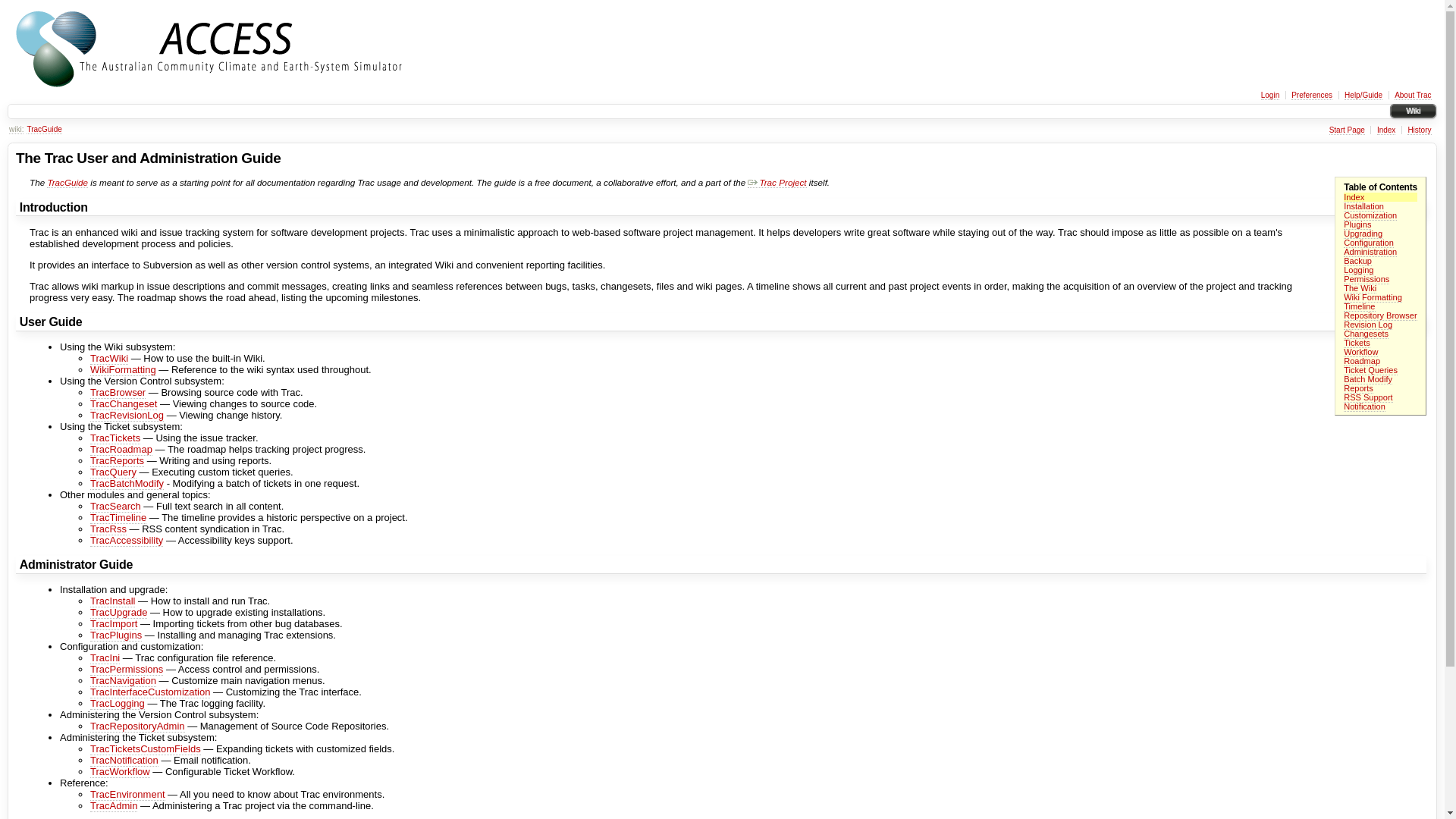  What do you see at coordinates (1412, 110) in the screenshot?
I see `'Wiki'` at bounding box center [1412, 110].